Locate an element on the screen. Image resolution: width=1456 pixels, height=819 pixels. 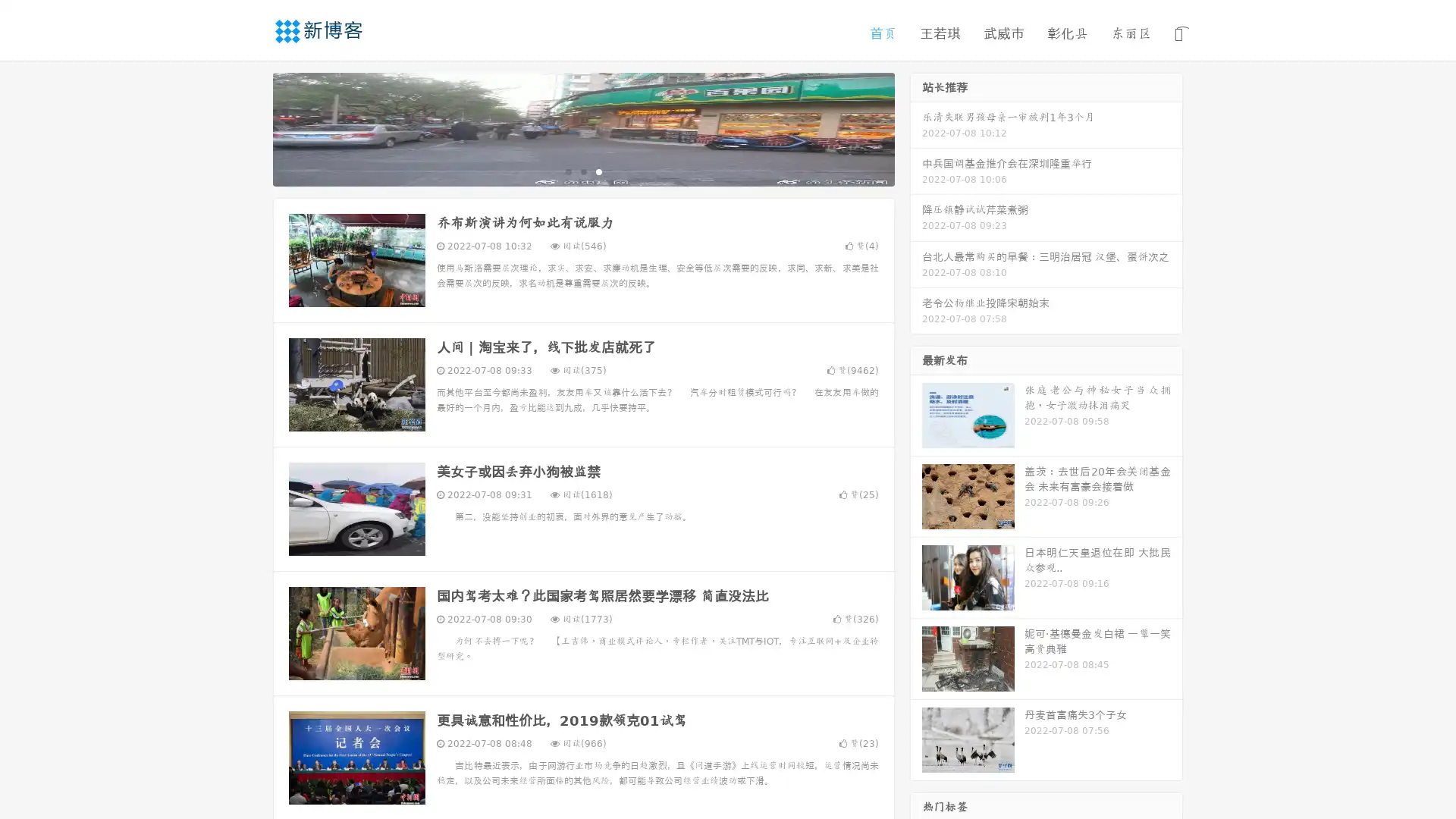
Previous slide is located at coordinates (250, 127).